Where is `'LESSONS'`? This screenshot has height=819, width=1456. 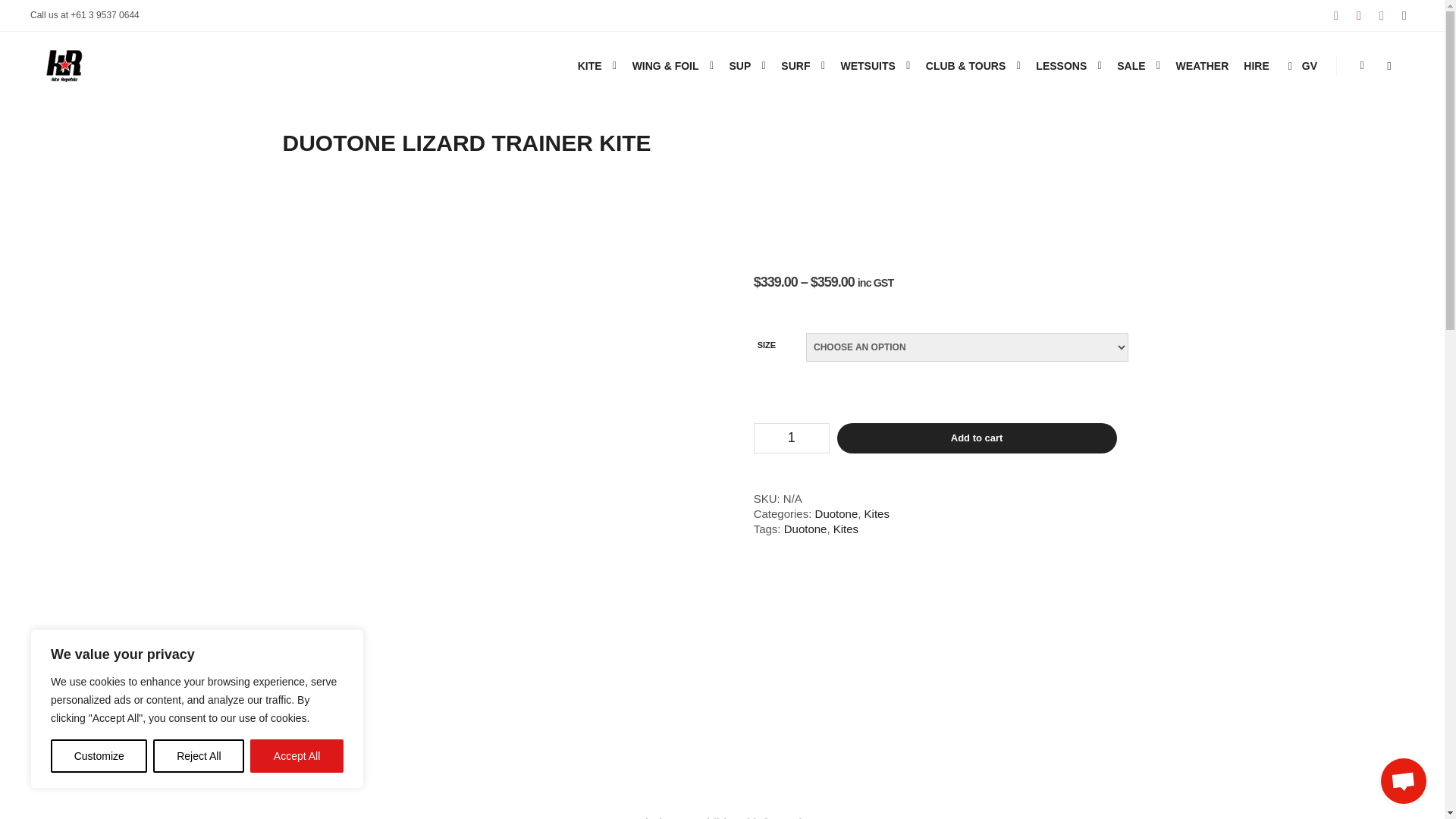 'LESSONS' is located at coordinates (1058, 65).